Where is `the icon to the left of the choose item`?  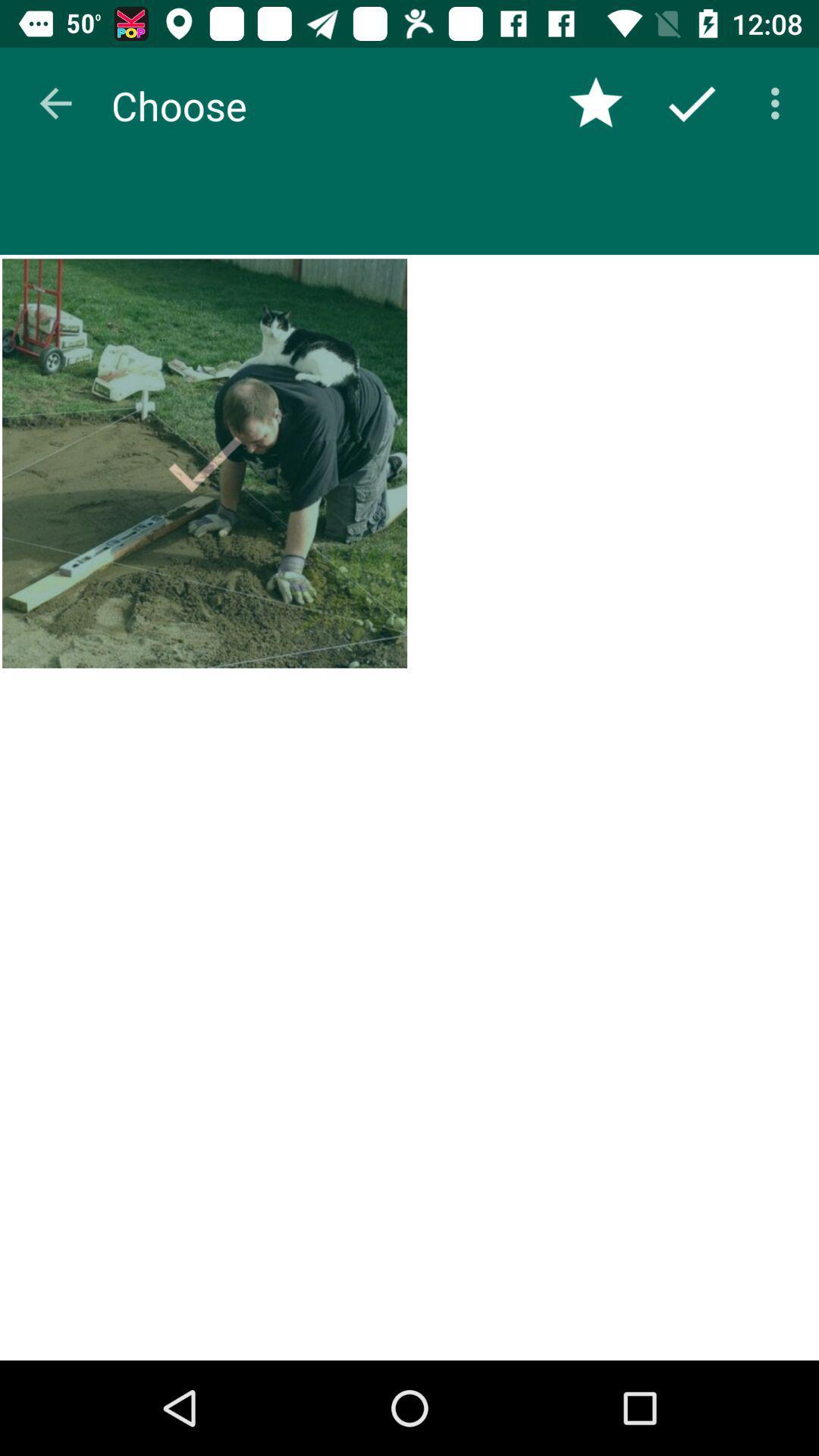 the icon to the left of the choose item is located at coordinates (55, 102).